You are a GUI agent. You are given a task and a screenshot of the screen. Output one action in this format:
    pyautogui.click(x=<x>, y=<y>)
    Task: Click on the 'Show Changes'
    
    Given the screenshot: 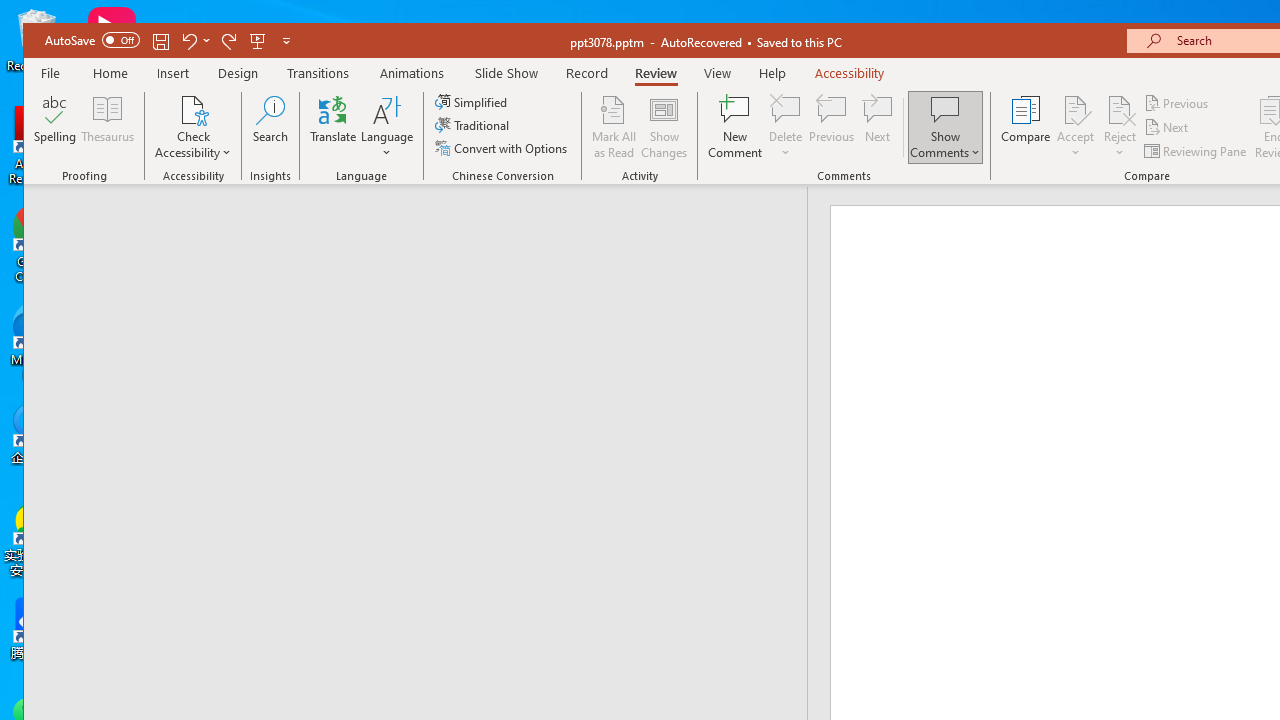 What is the action you would take?
    pyautogui.click(x=664, y=127)
    